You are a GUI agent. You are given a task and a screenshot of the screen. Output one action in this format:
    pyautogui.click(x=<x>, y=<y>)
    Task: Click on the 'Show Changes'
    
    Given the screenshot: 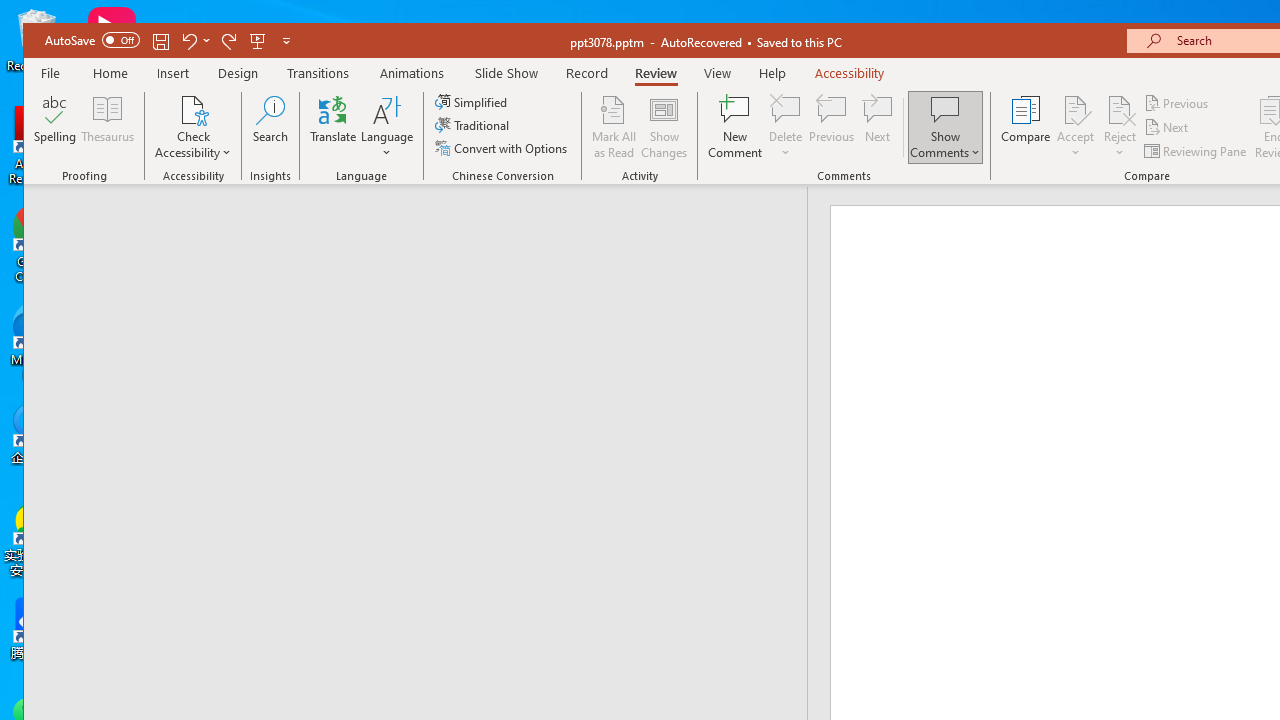 What is the action you would take?
    pyautogui.click(x=664, y=127)
    